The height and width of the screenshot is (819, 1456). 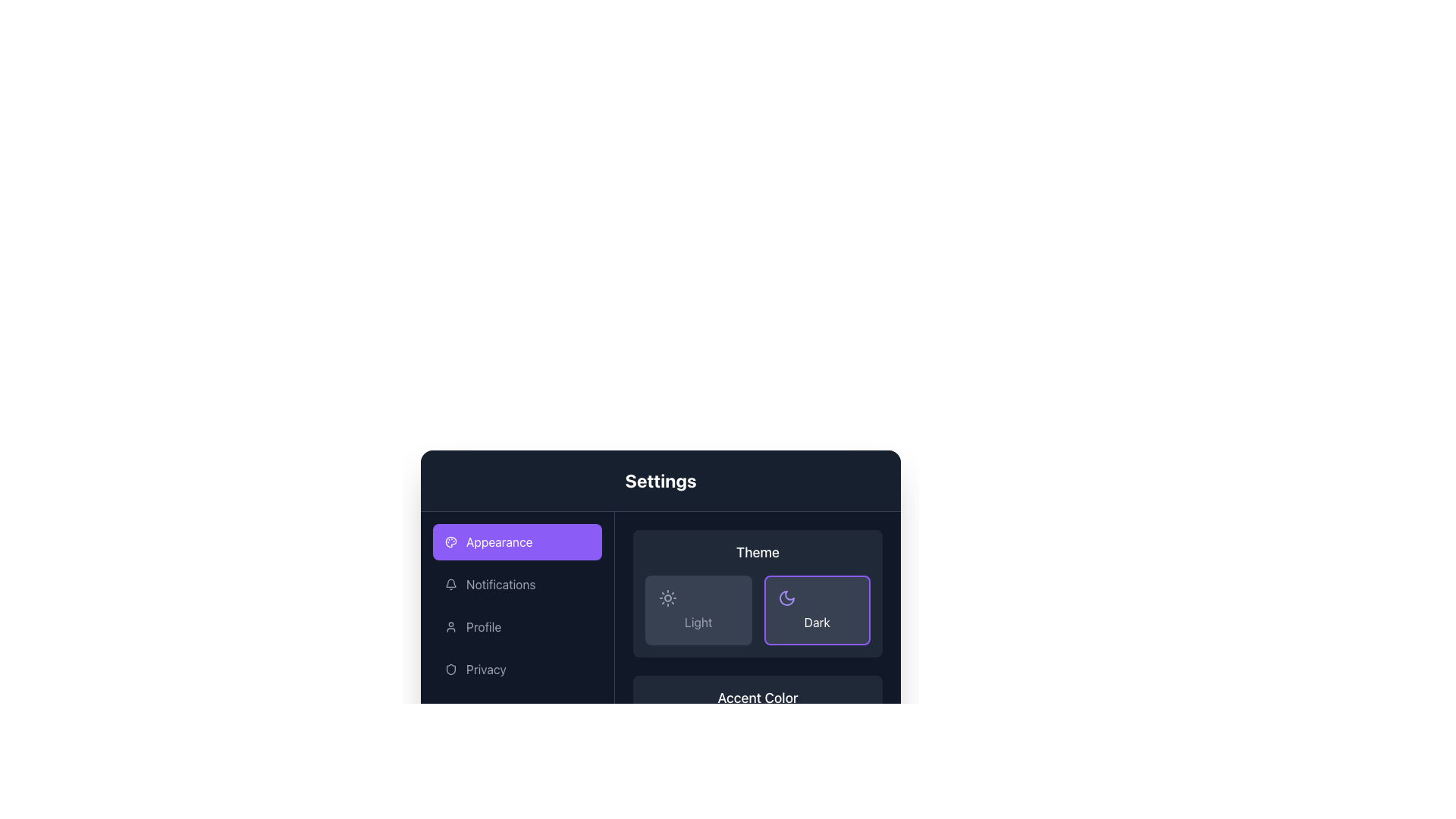 I want to click on the bell icon located in the top right corner of the settings panel, which visually represents notifications or alerts, so click(x=450, y=582).